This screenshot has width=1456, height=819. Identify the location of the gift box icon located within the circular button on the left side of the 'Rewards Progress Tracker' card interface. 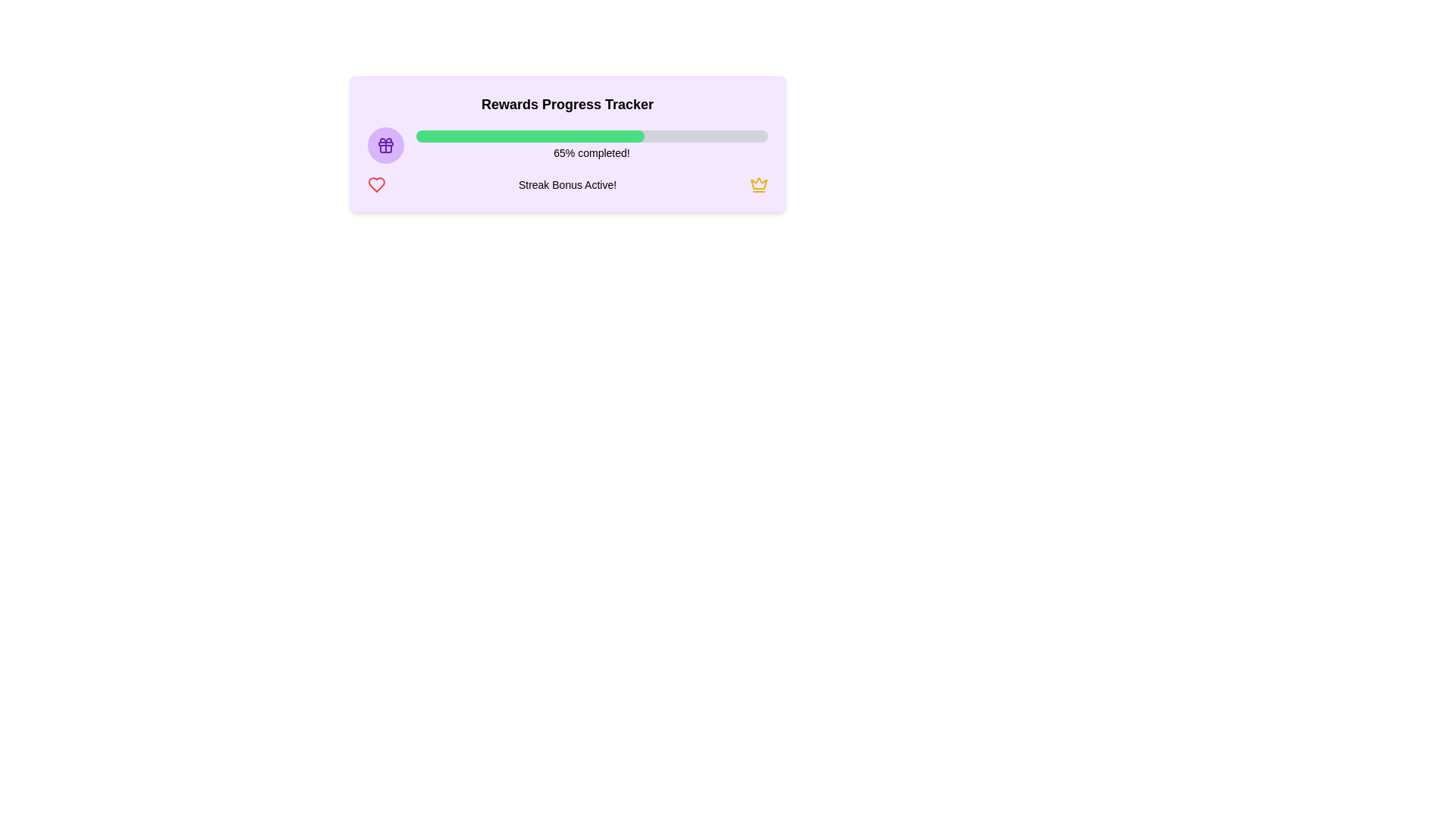
(385, 146).